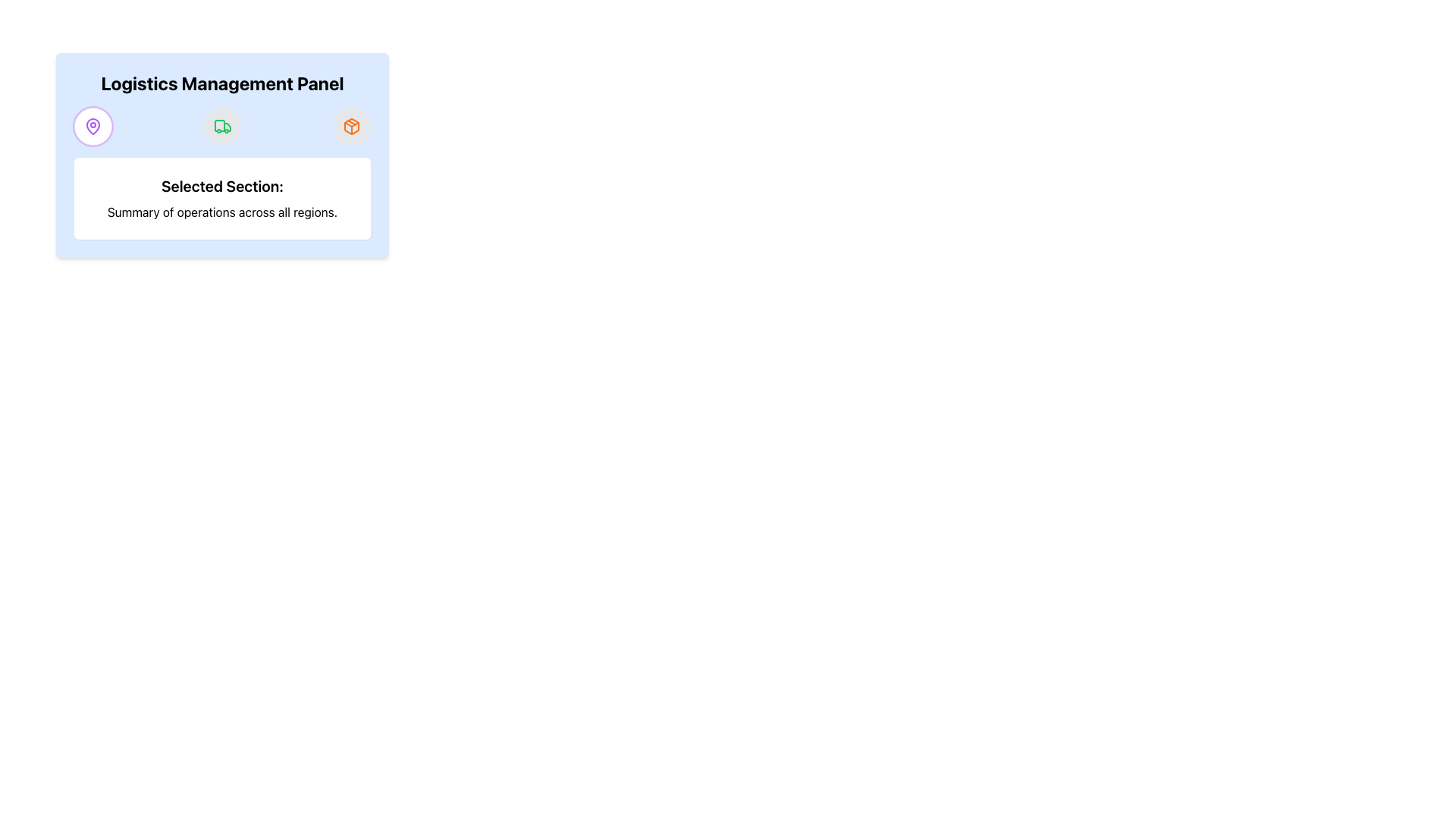  I want to click on the logistics/transportation icon located in the middle button of the three horizontally arranged buttons at the top center of the interface, so click(221, 125).